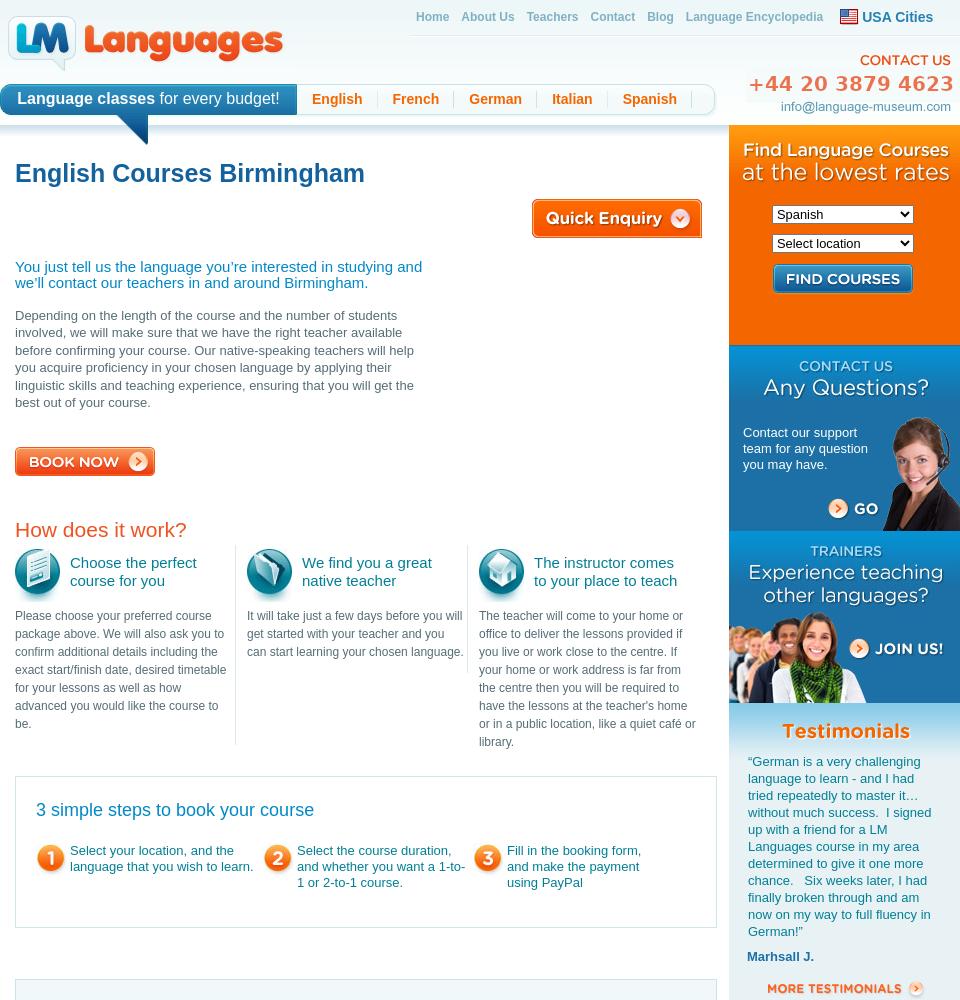 The image size is (960, 1000). What do you see at coordinates (587, 678) in the screenshot?
I see `'The teacher will come to your home or office to deliver the
					lessons provided if you live or work close to the centre. If your home
					or work address is far from the centre then you will be required to have
					the lessons at the teacher's home or in a public location, like a quiet
					café or library.'` at bounding box center [587, 678].